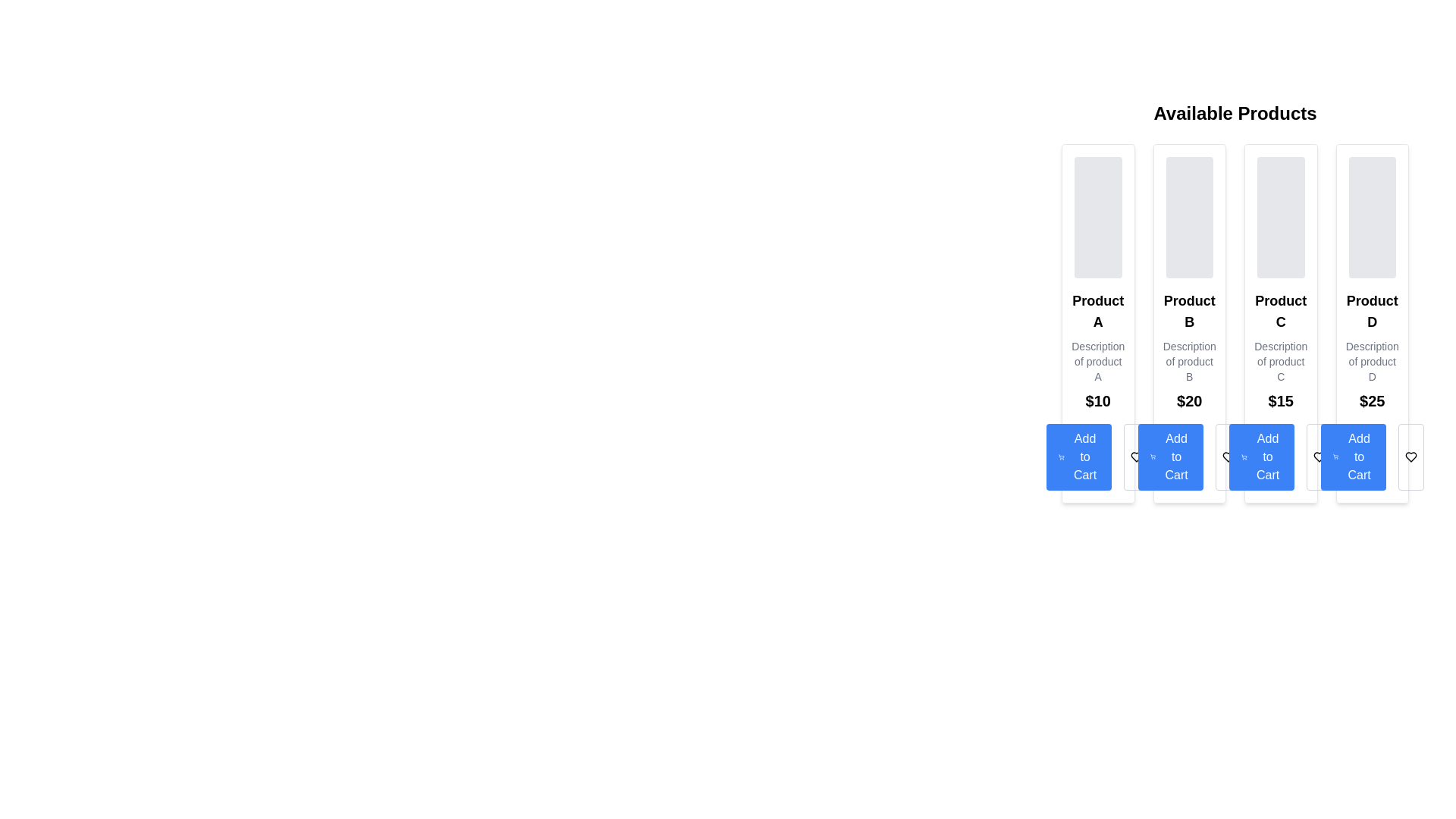  What do you see at coordinates (1372, 323) in the screenshot?
I see `the fourth product information card for Product D in the 'Available Products' section` at bounding box center [1372, 323].